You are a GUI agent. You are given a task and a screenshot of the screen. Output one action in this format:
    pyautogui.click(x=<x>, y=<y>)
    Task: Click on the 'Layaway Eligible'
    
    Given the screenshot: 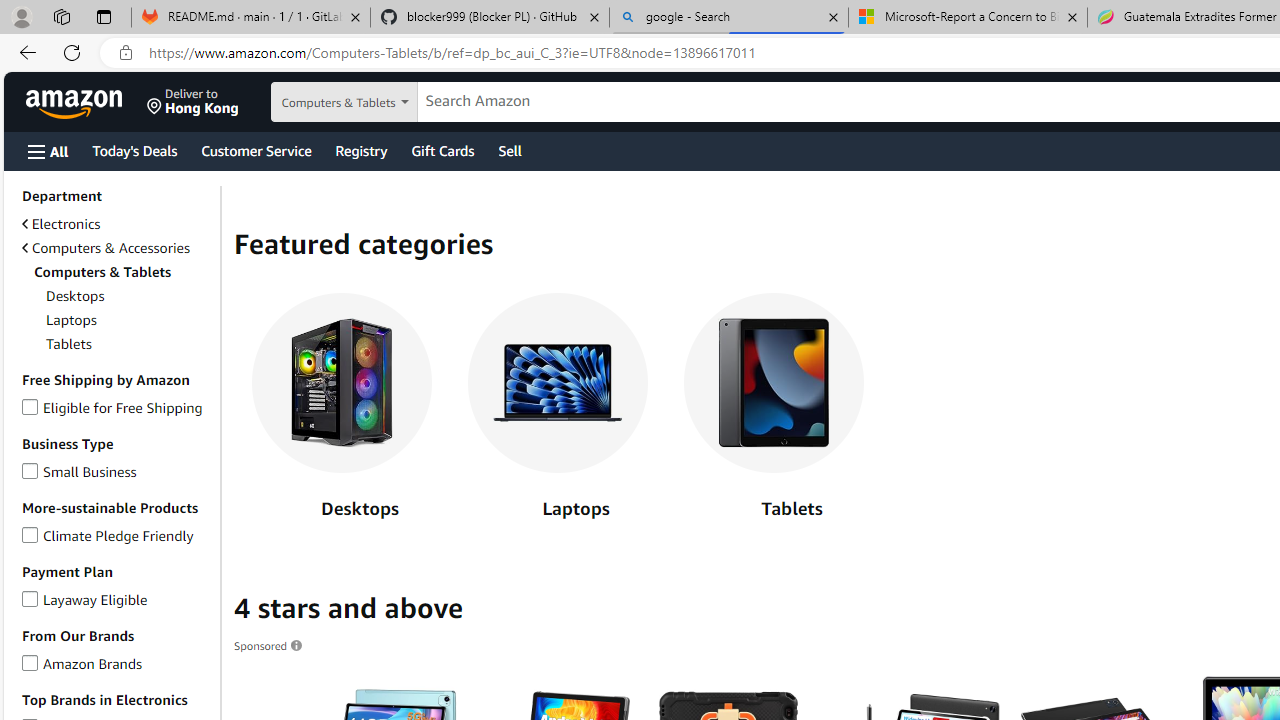 What is the action you would take?
    pyautogui.click(x=30, y=595)
    